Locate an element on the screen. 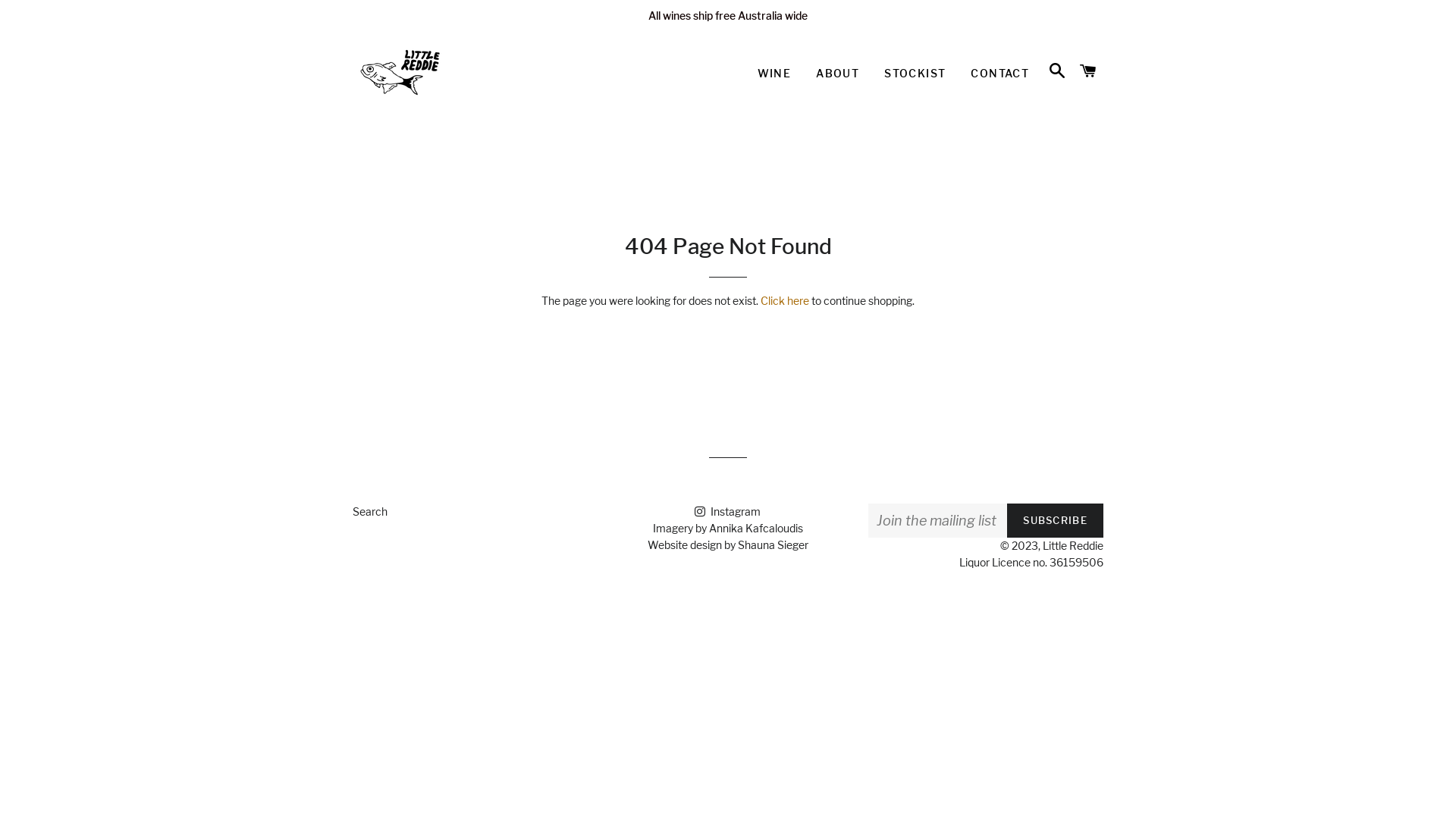  'CART' is located at coordinates (1087, 71).